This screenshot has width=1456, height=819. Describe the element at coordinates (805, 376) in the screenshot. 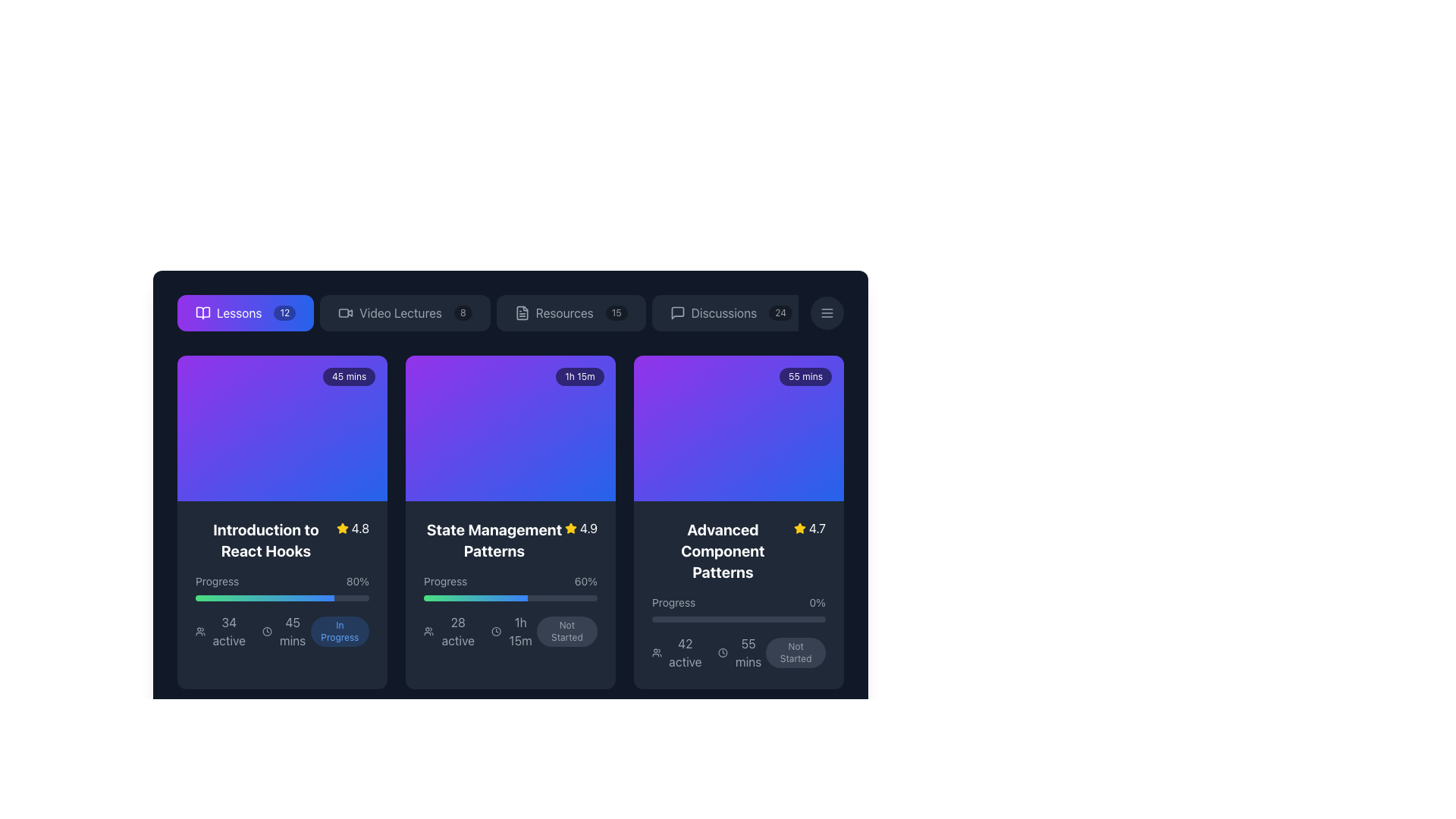

I see `text of the label displaying '55 mins', which is a small horizontally elongated pill-shaped label with a dark background and white text located in the top-right corner of the 'Advanced Component Patterns' card` at that location.